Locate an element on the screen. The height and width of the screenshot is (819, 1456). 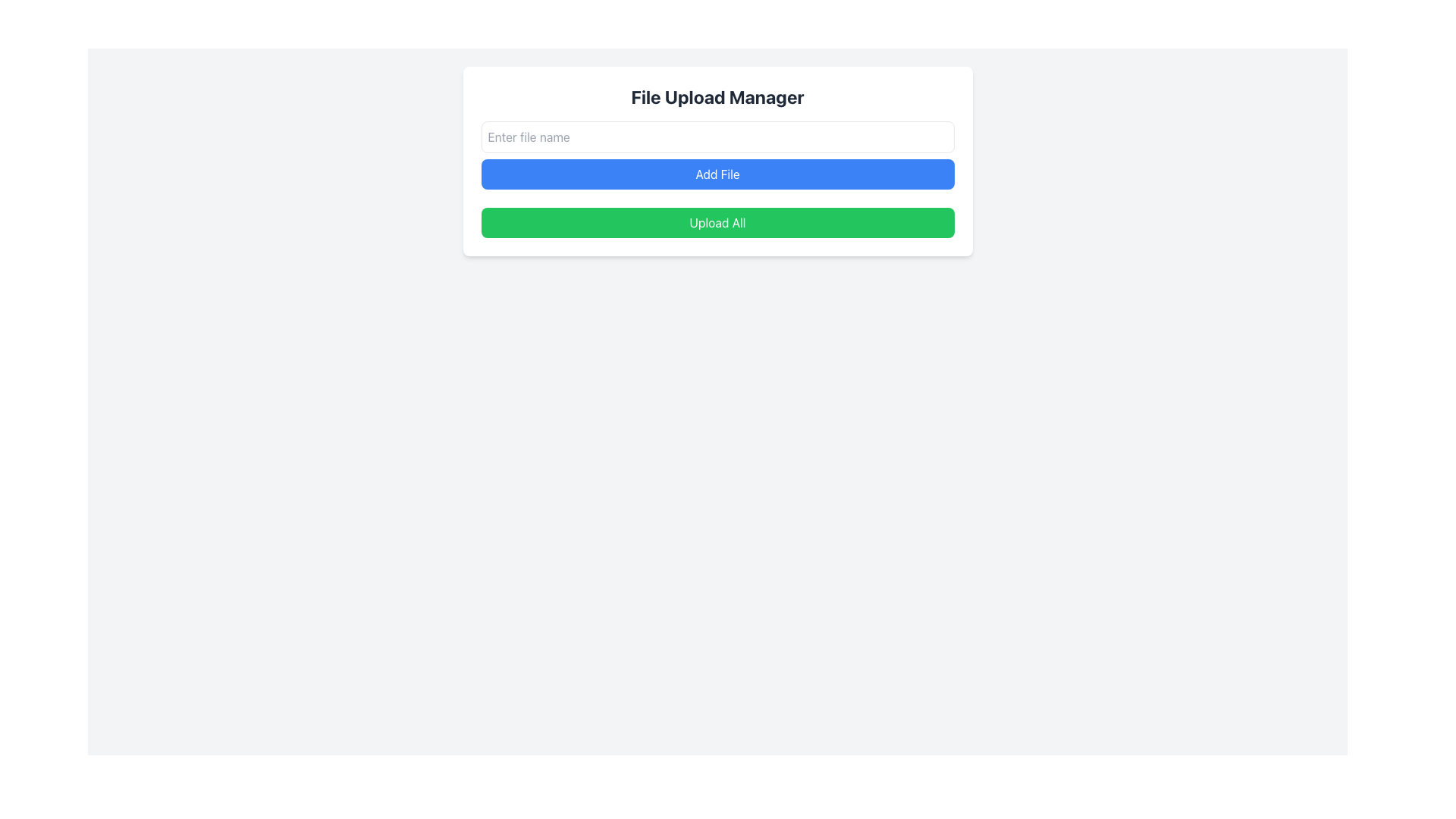
the 'Add File' button, which is a rectangular button with rounded edges and a blue background is located at coordinates (717, 174).